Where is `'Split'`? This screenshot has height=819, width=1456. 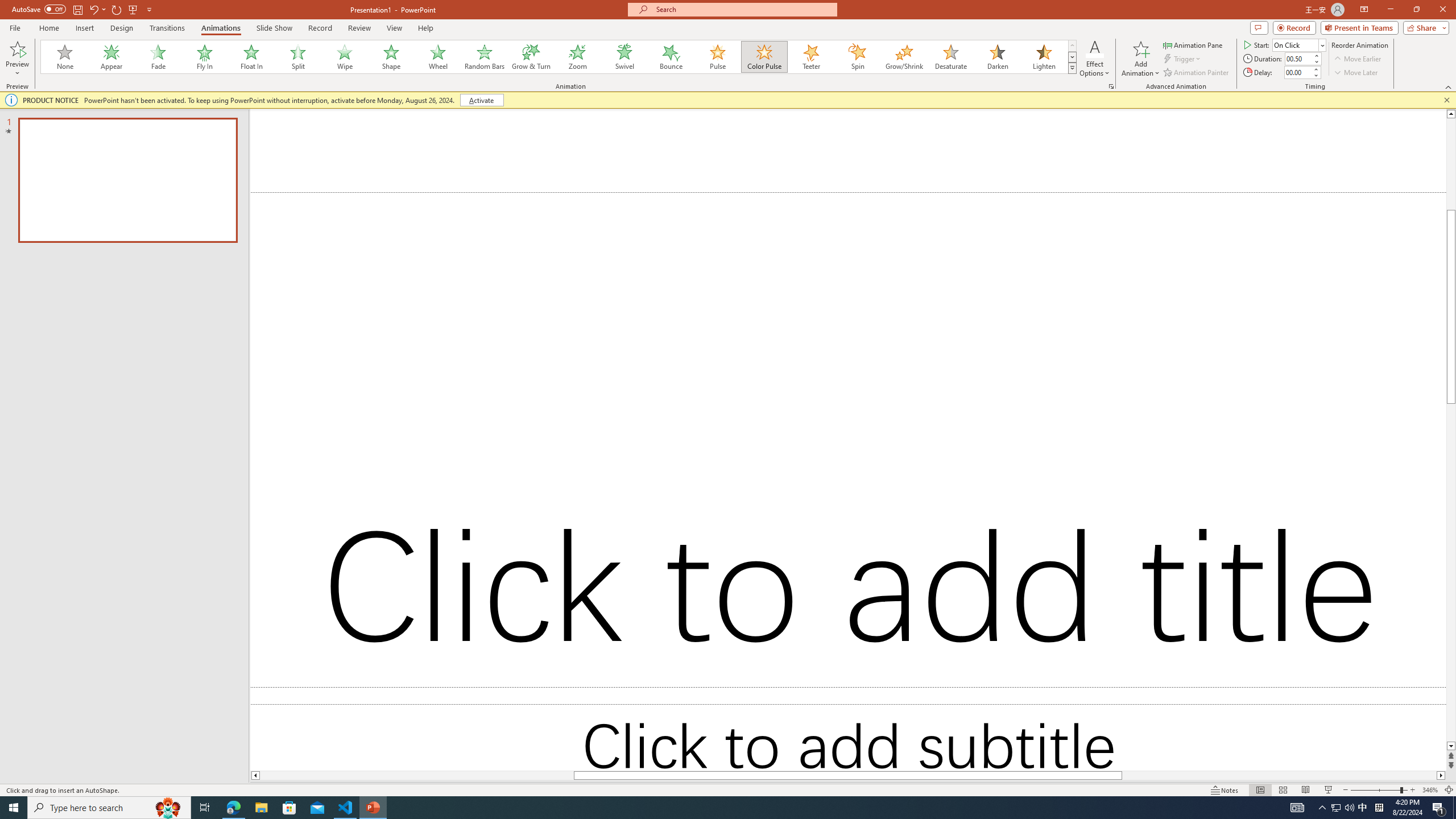 'Split' is located at coordinates (297, 56).